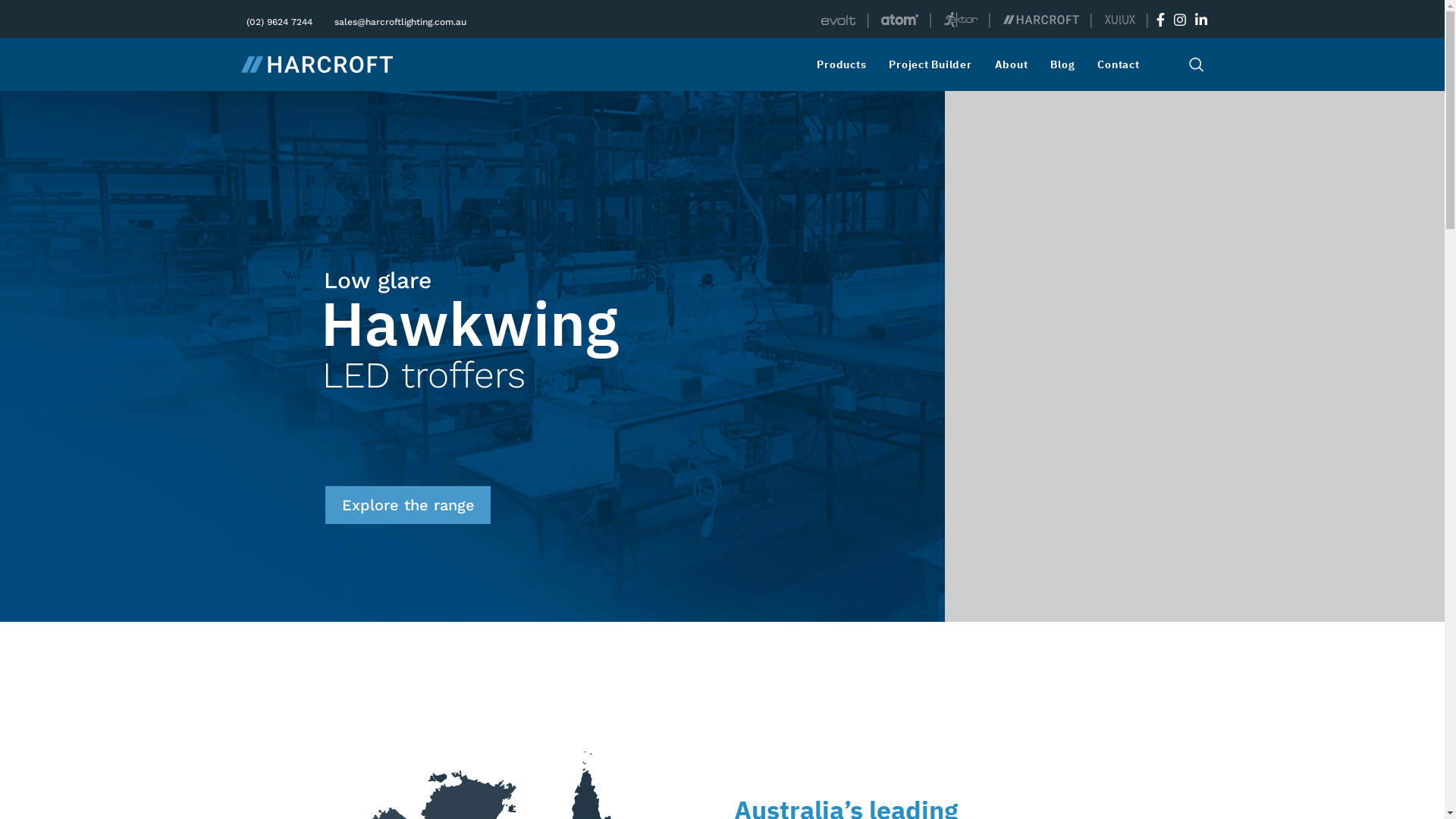 The width and height of the screenshot is (1456, 819). What do you see at coordinates (407, 505) in the screenshot?
I see `'Explore the range'` at bounding box center [407, 505].